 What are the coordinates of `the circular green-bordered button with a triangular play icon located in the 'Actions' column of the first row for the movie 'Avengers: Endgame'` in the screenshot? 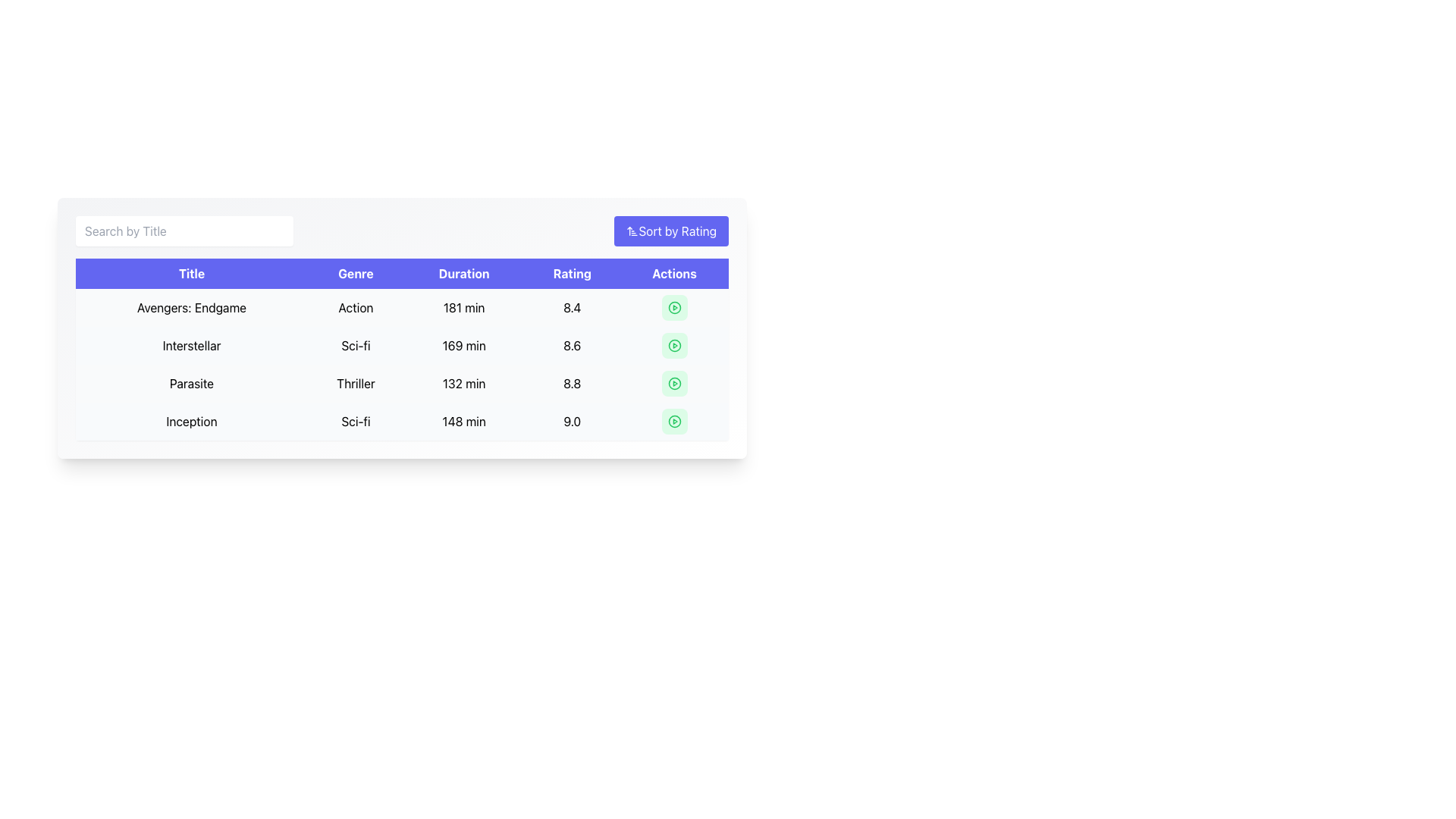 It's located at (673, 307).